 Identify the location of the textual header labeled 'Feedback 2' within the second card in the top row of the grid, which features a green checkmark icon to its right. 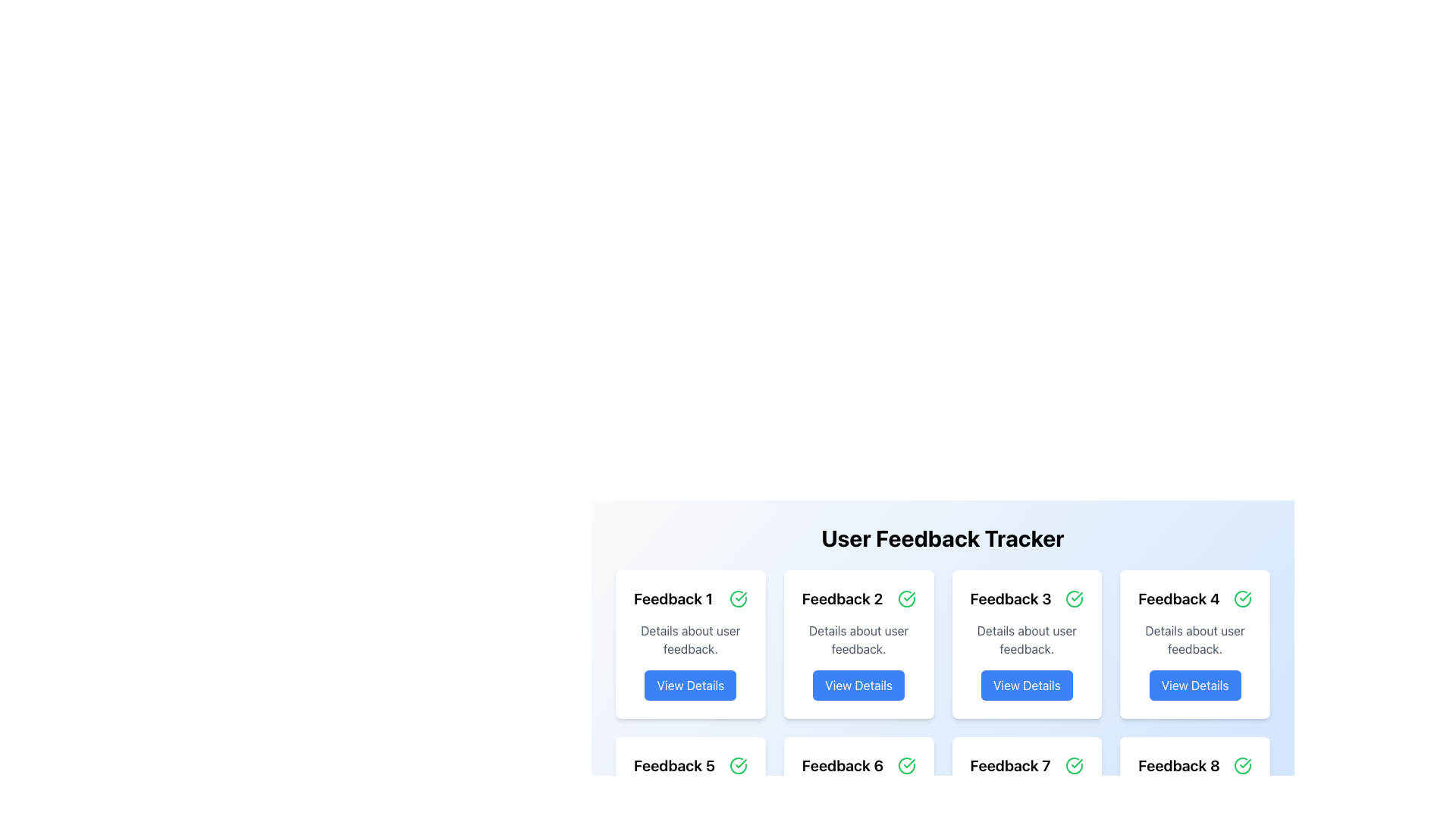
(858, 598).